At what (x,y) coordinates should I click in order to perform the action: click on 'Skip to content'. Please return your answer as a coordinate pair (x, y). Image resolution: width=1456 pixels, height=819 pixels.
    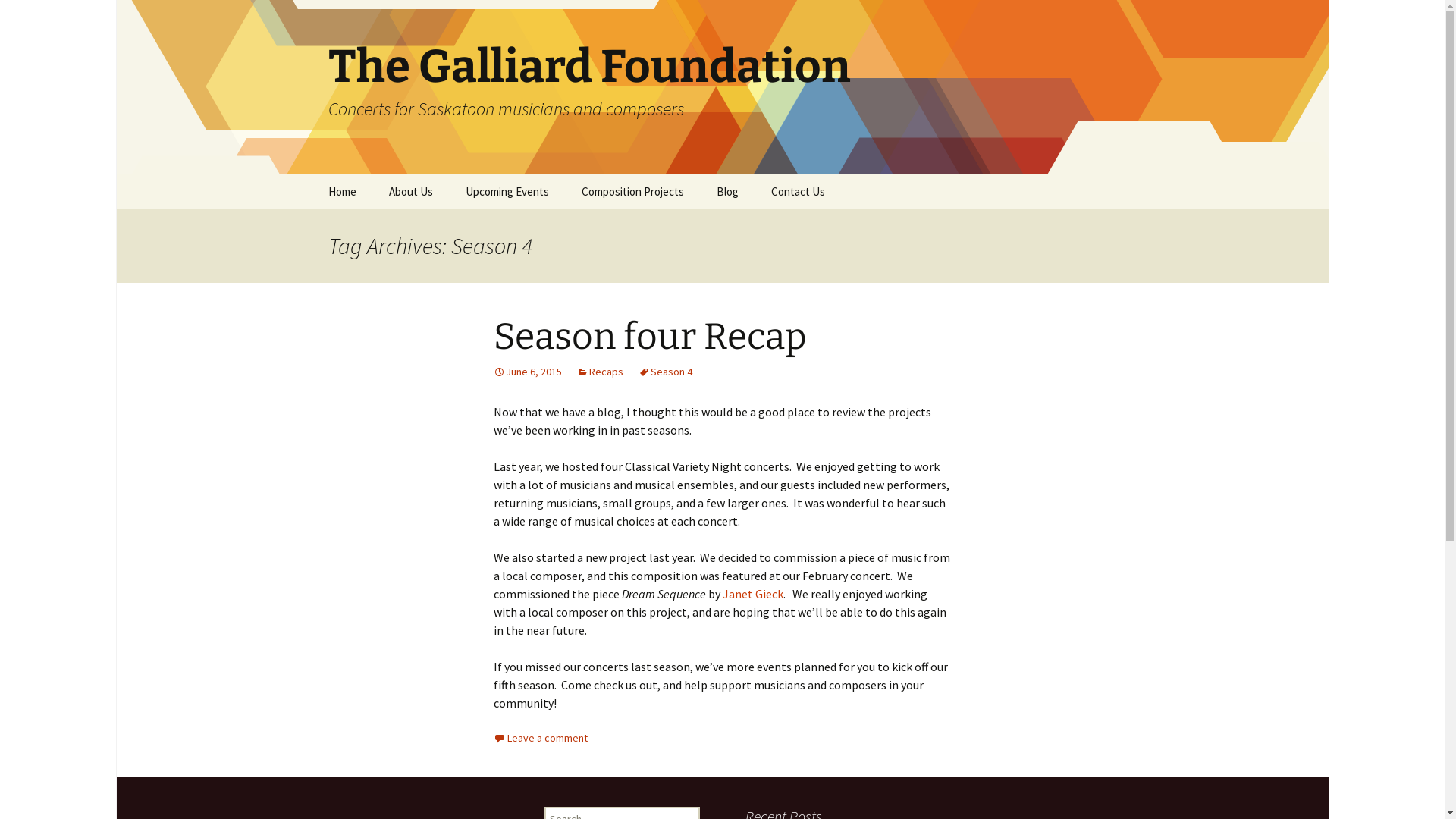
    Looking at the image, I should click on (312, 173).